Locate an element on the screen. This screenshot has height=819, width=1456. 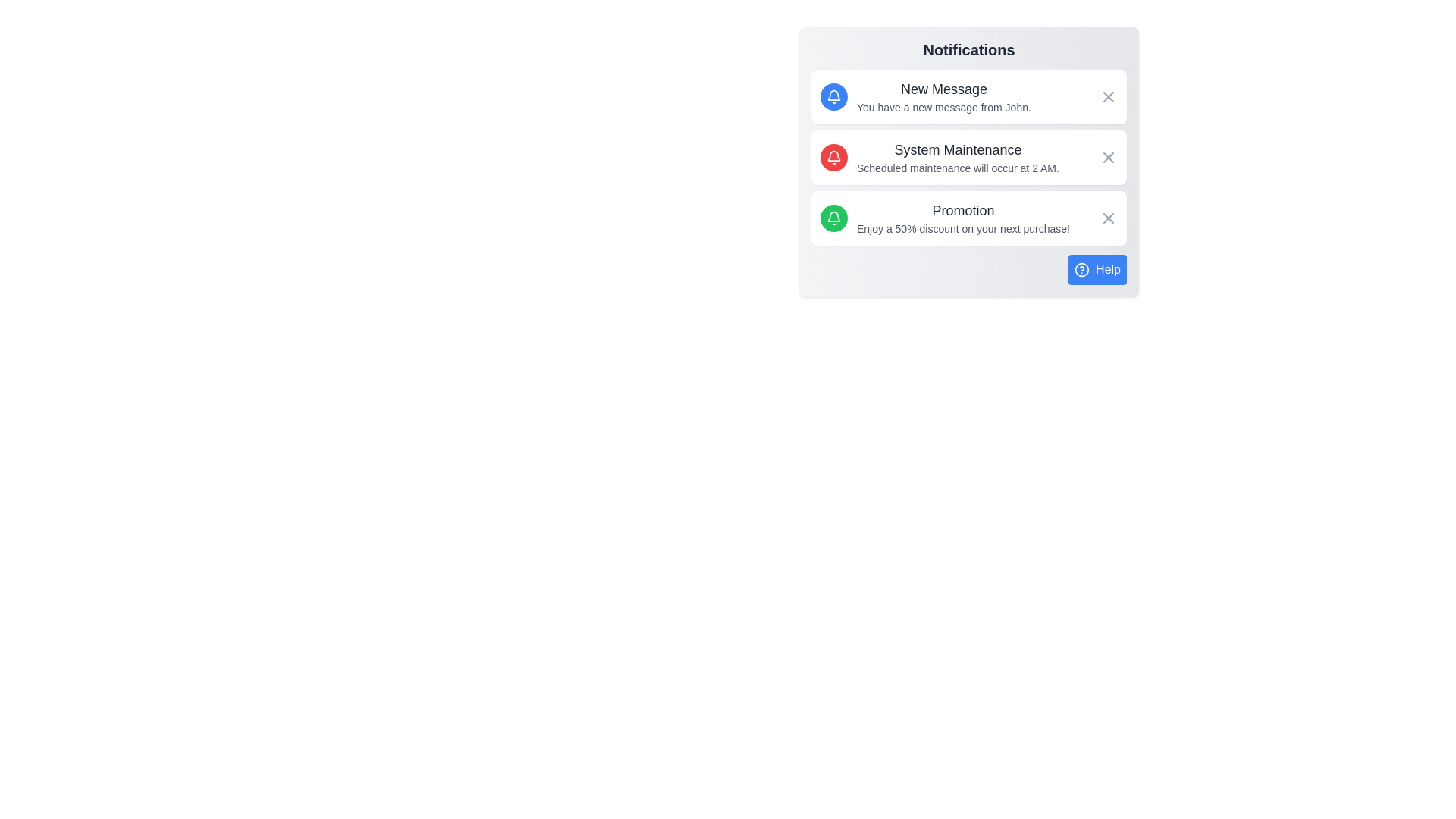
the second notification item that provides details about a scheduled system maintenance activity is located at coordinates (939, 158).